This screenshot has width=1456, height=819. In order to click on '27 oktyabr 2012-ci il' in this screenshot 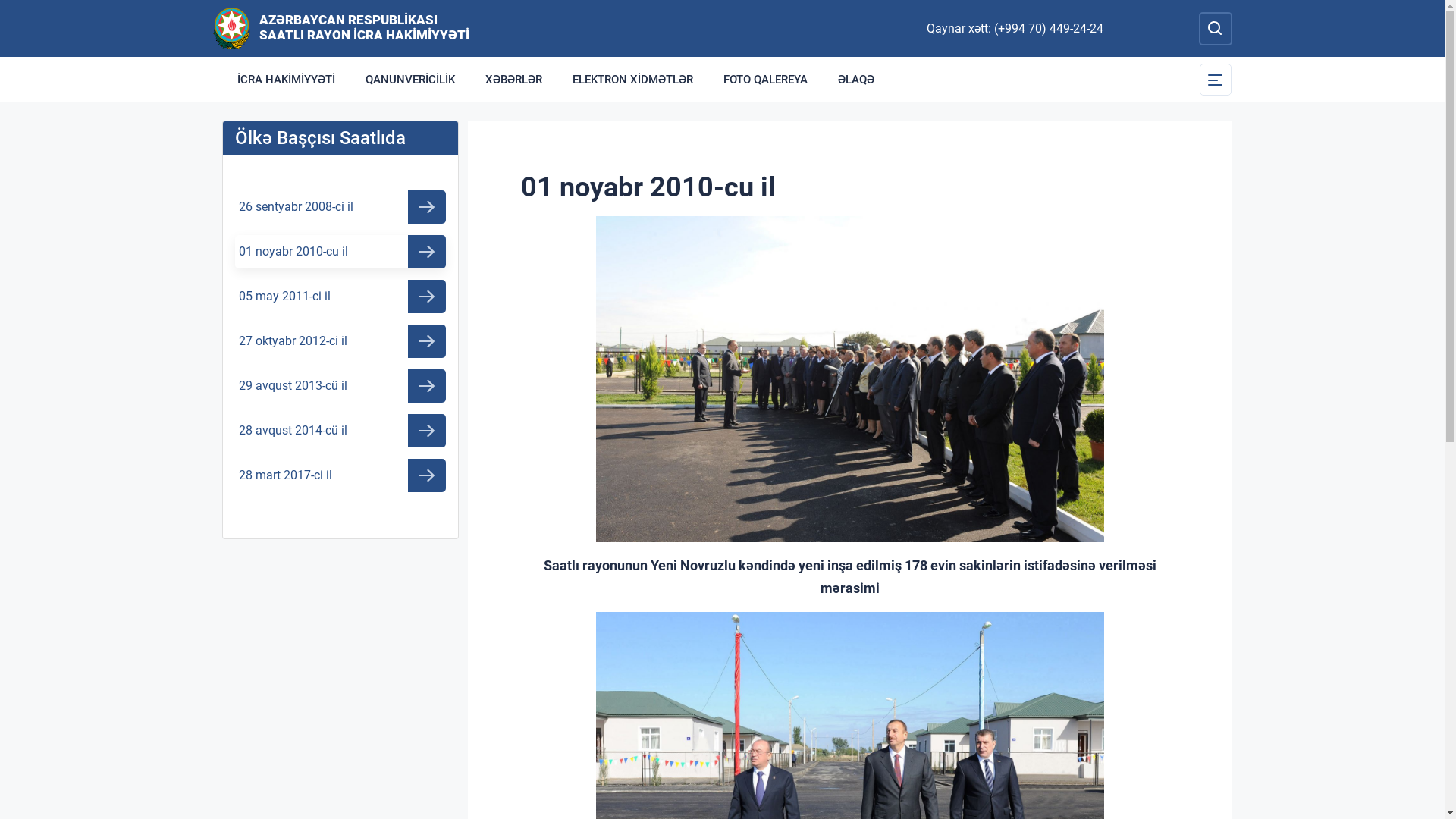, I will do `click(340, 341)`.